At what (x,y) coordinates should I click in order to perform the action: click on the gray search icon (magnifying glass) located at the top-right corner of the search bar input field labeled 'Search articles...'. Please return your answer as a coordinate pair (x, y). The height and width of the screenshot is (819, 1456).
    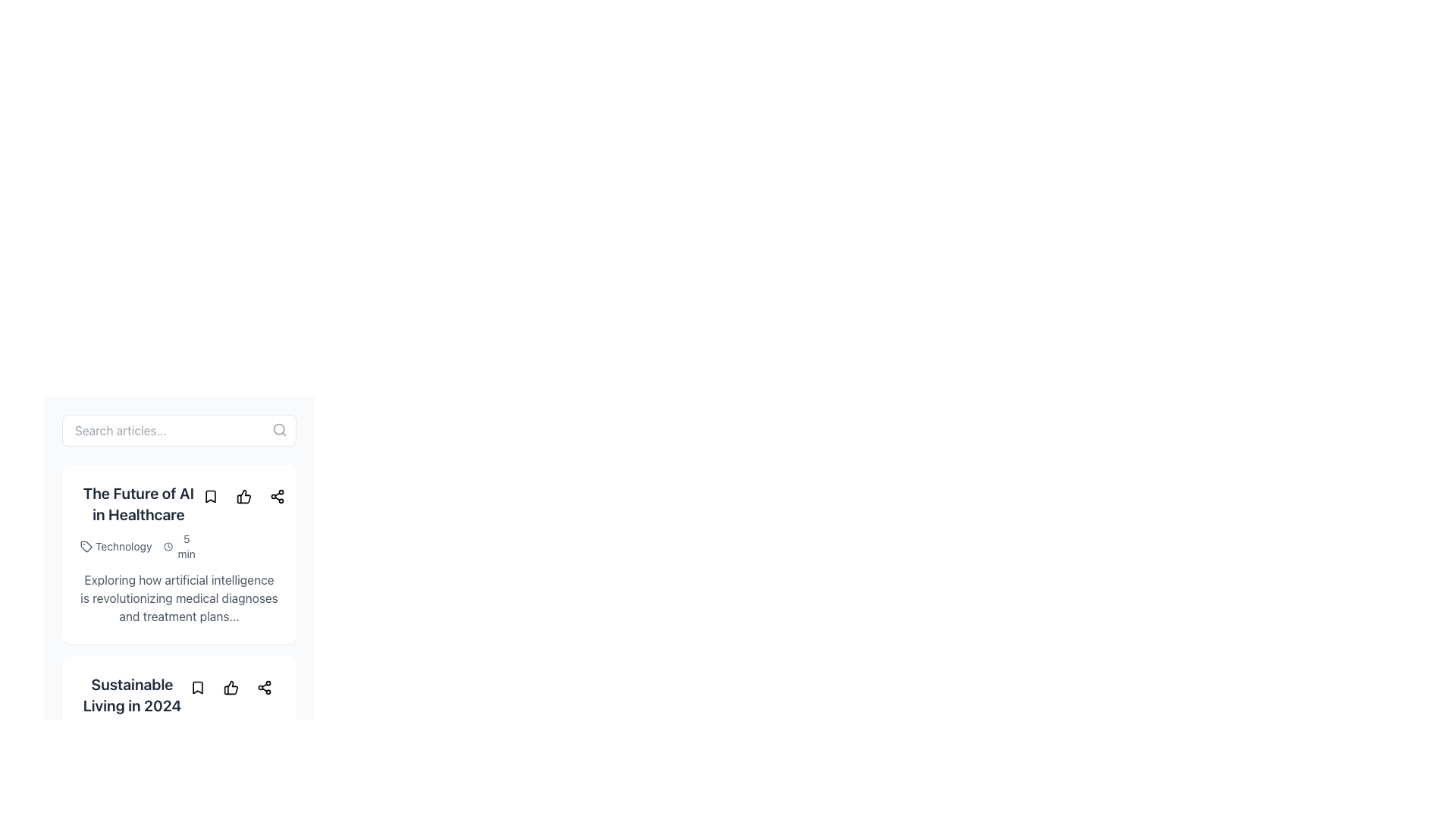
    Looking at the image, I should click on (280, 430).